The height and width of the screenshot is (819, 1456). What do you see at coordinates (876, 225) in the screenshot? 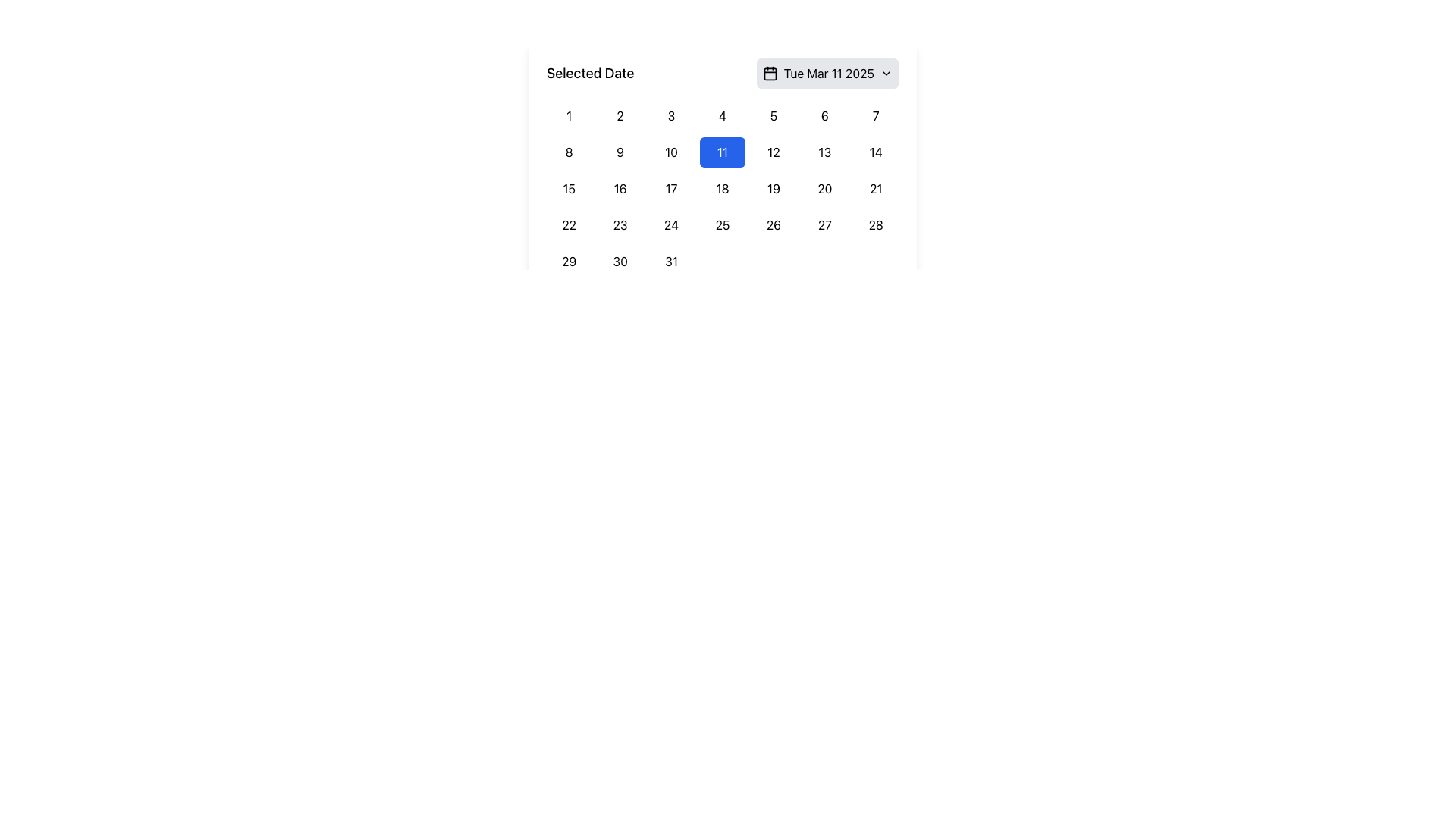
I see `the calendar date cell representing the date '28'` at bounding box center [876, 225].